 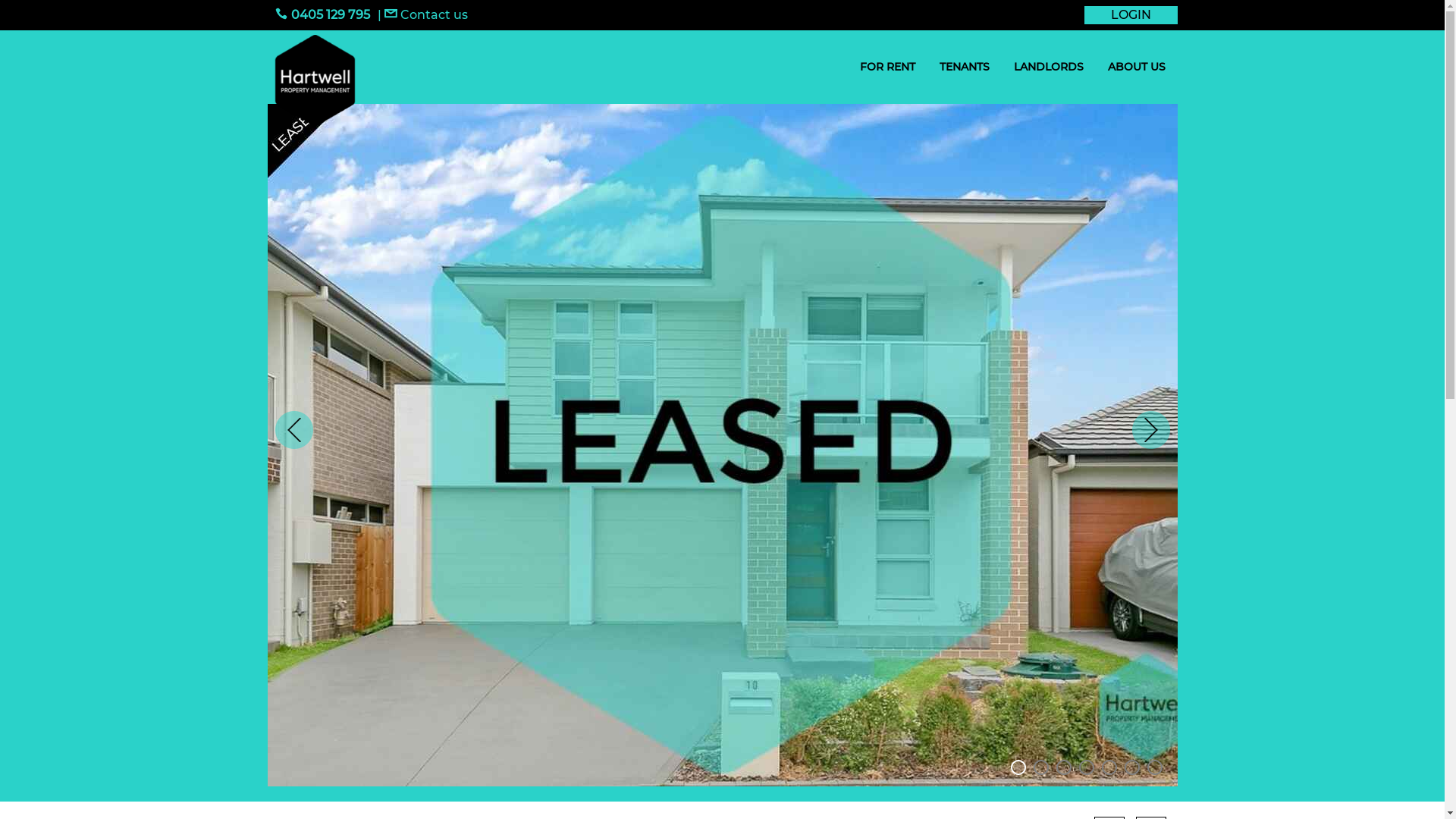 I want to click on '4', so click(x=1084, y=767).